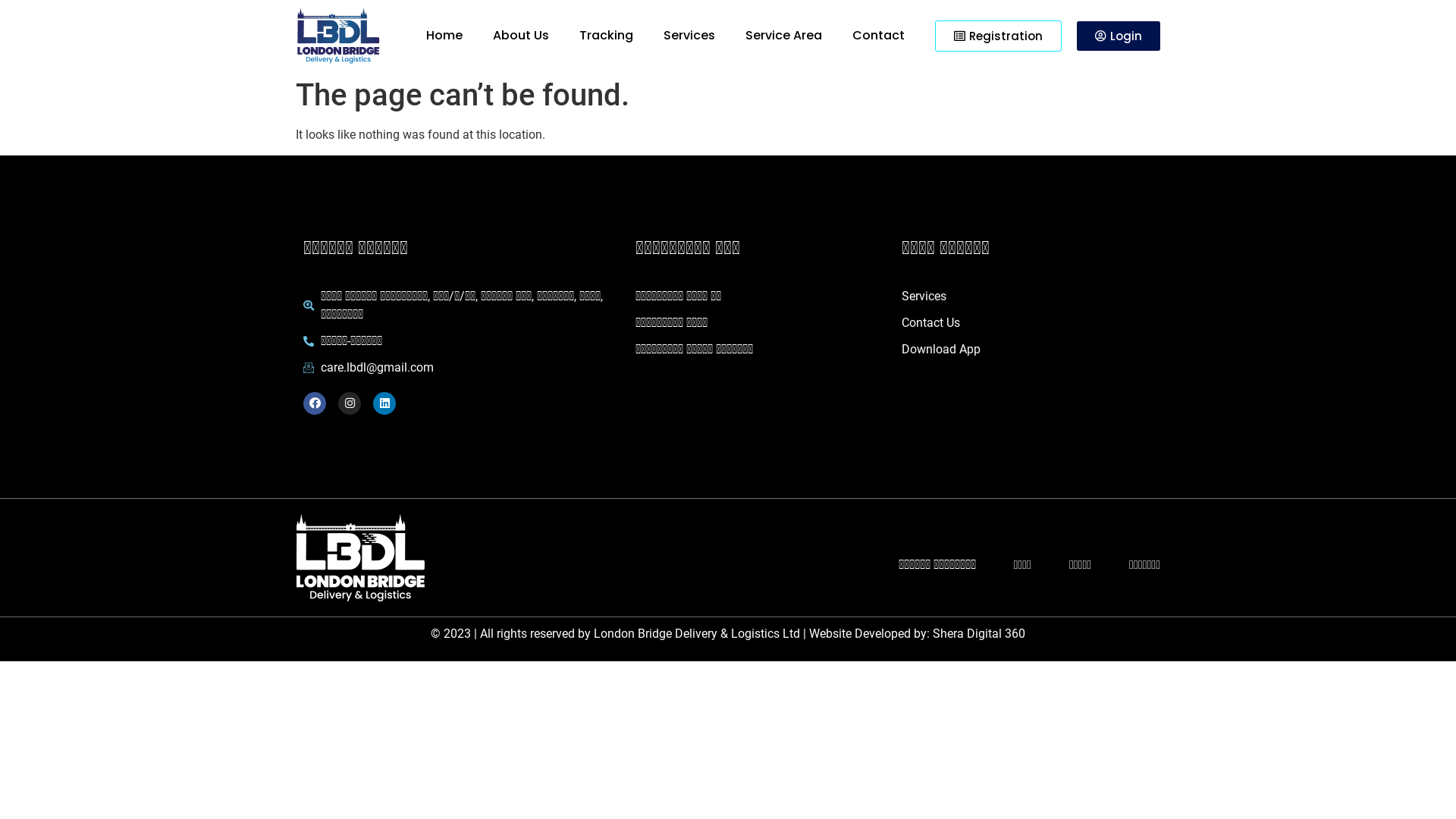 The width and height of the screenshot is (1456, 819). I want to click on 'Home', so click(443, 34).